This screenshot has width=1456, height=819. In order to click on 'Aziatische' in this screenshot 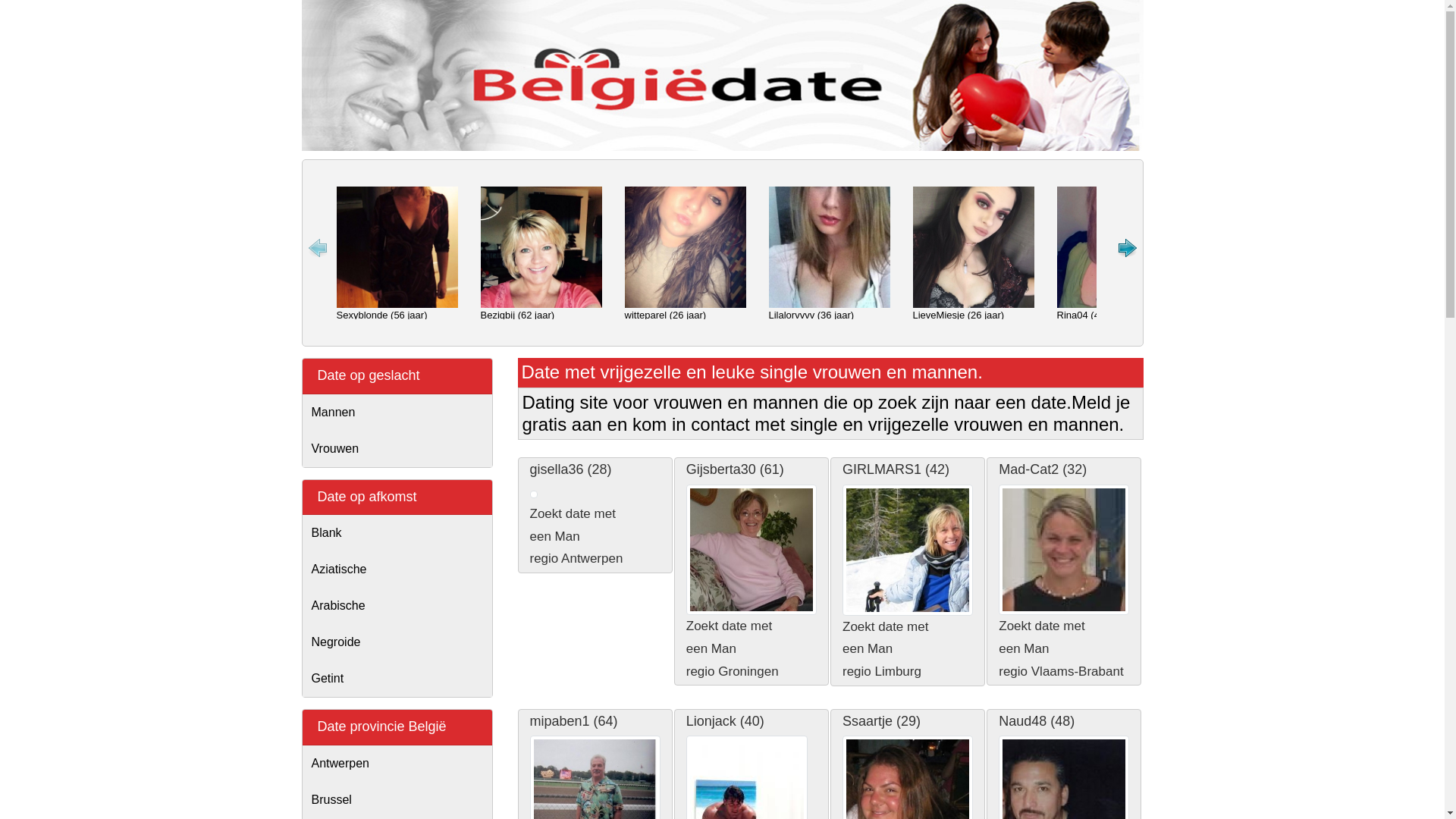, I will do `click(397, 570)`.